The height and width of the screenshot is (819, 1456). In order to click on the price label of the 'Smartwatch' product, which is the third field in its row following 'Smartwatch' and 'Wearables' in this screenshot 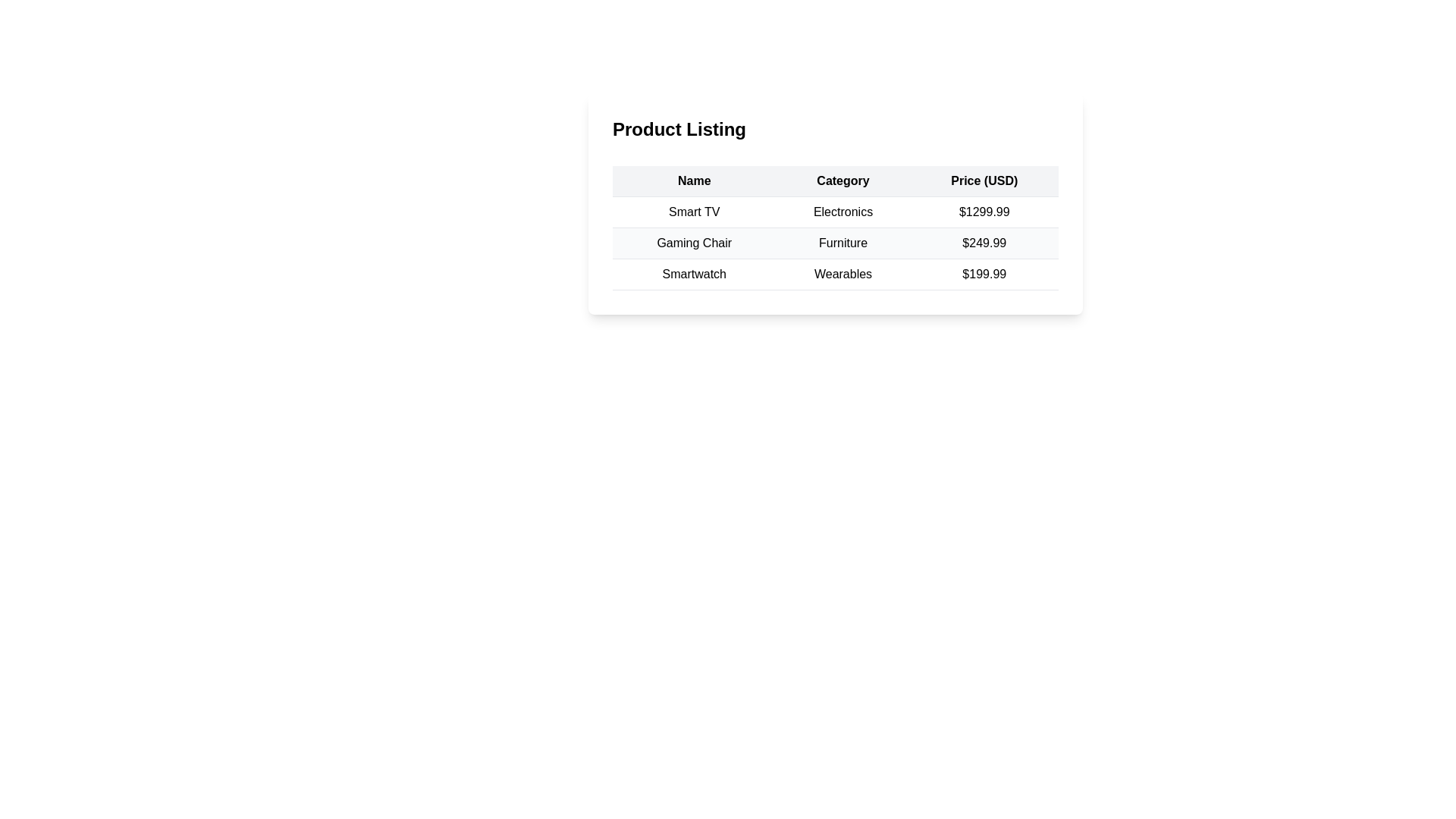, I will do `click(984, 275)`.